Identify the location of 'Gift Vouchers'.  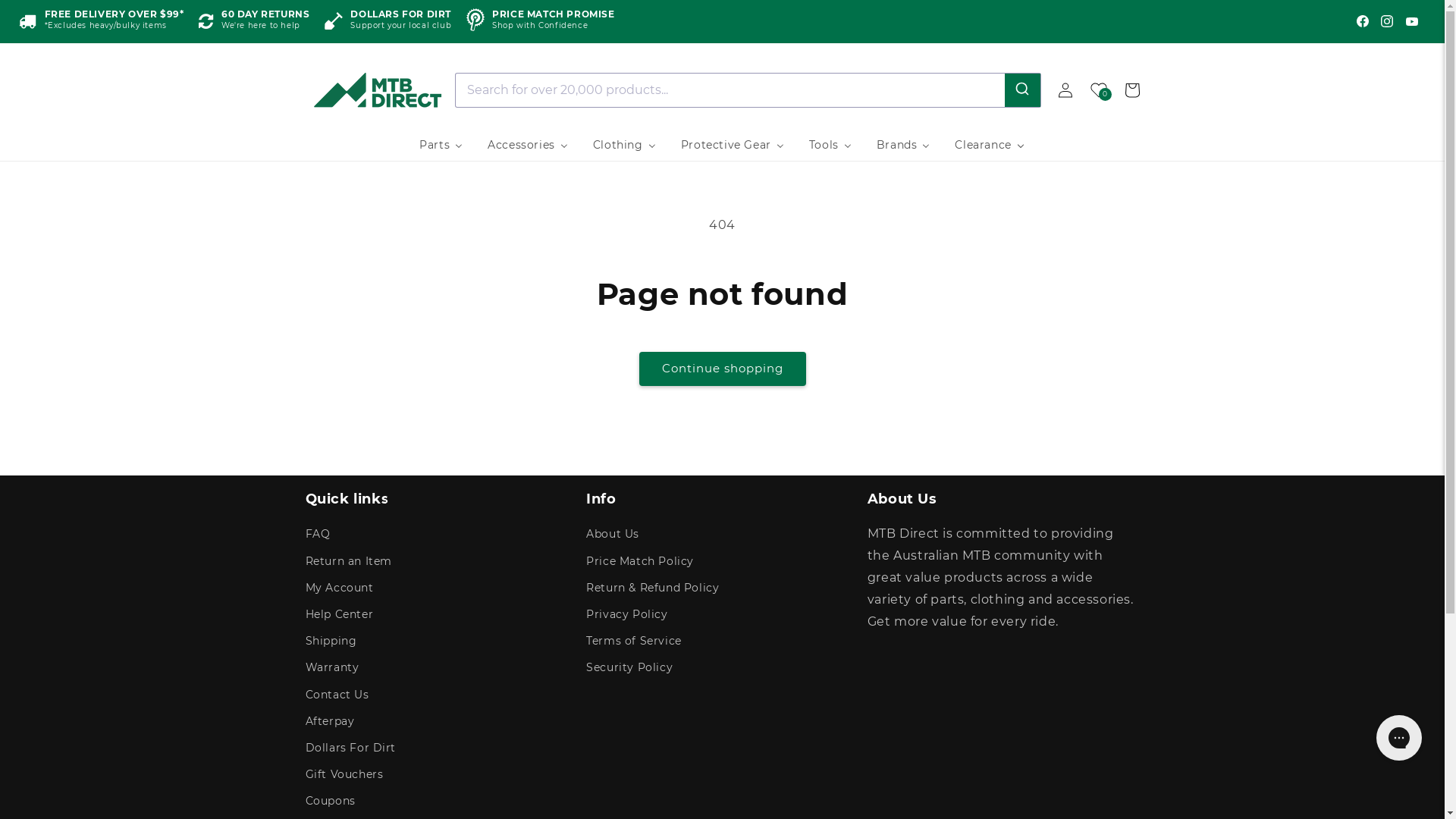
(304, 774).